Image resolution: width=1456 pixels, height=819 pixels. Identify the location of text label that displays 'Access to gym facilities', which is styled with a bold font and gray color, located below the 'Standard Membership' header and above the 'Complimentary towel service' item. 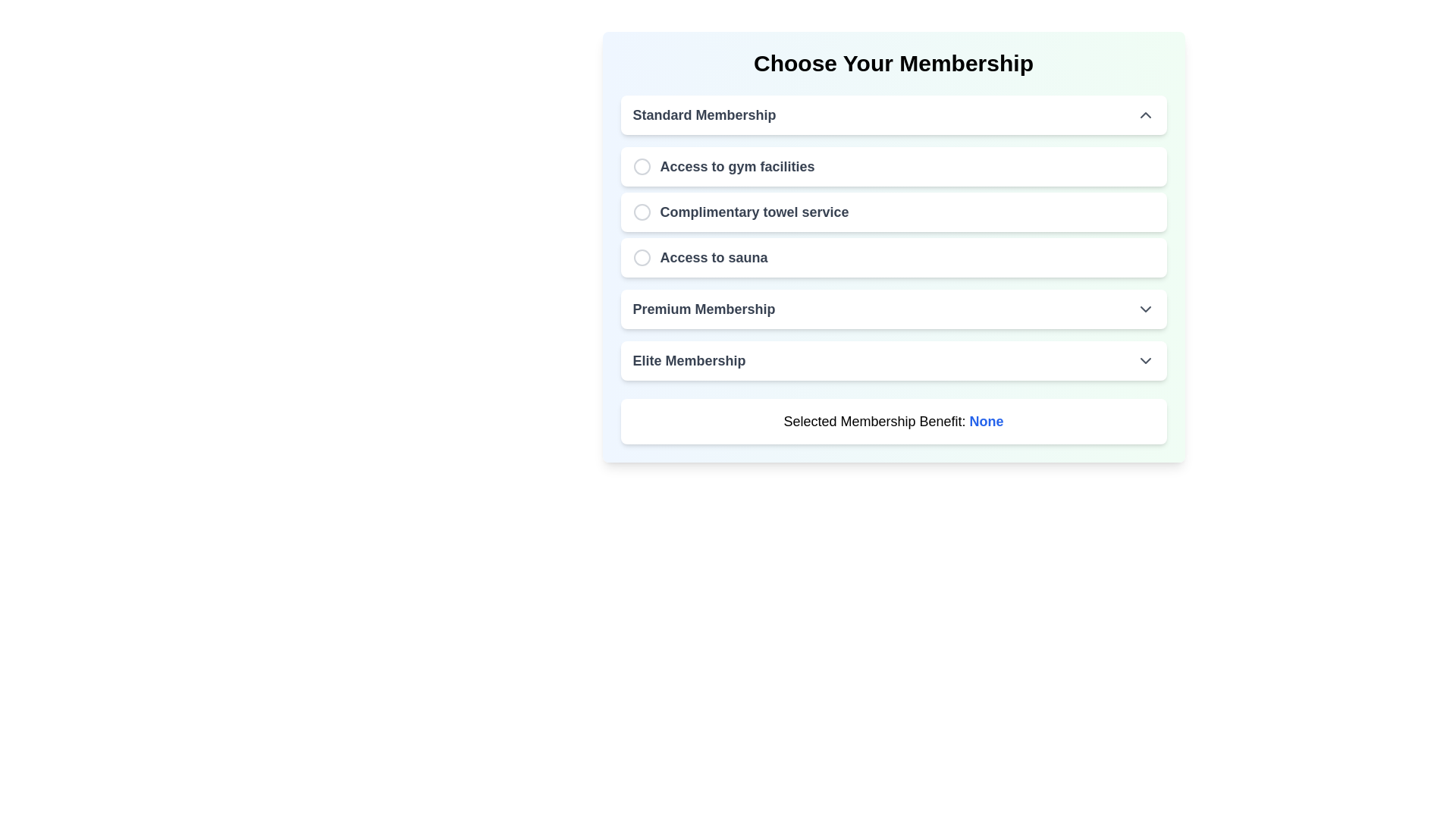
(737, 166).